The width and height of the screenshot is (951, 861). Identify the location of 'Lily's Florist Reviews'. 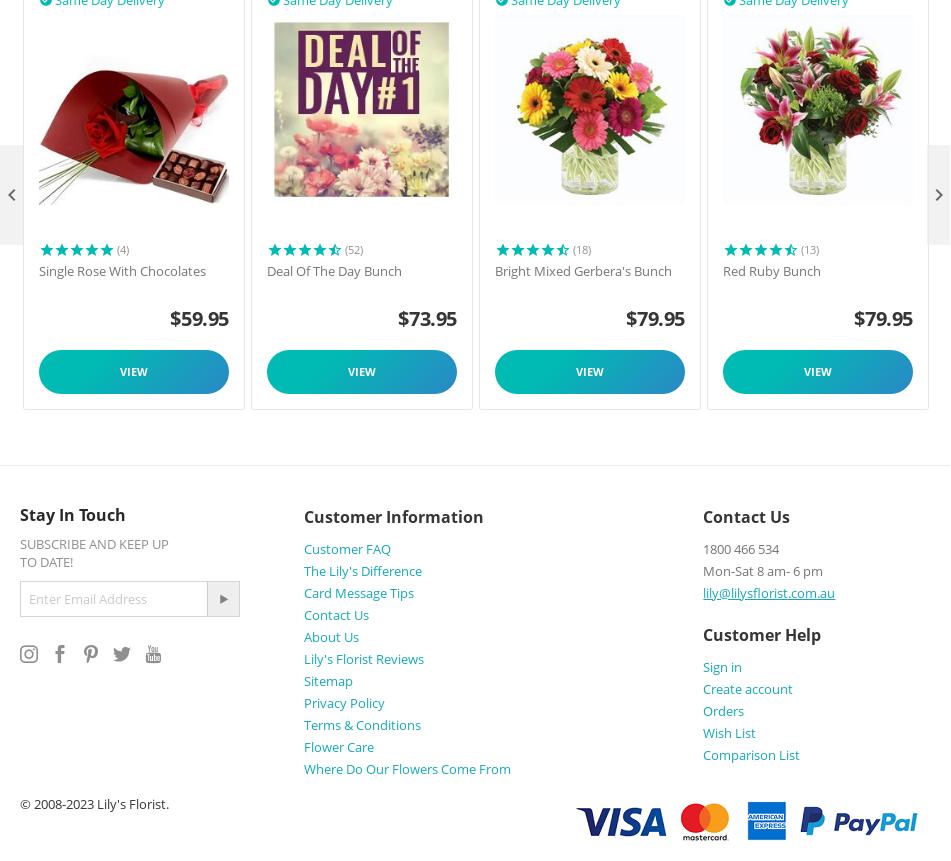
(362, 657).